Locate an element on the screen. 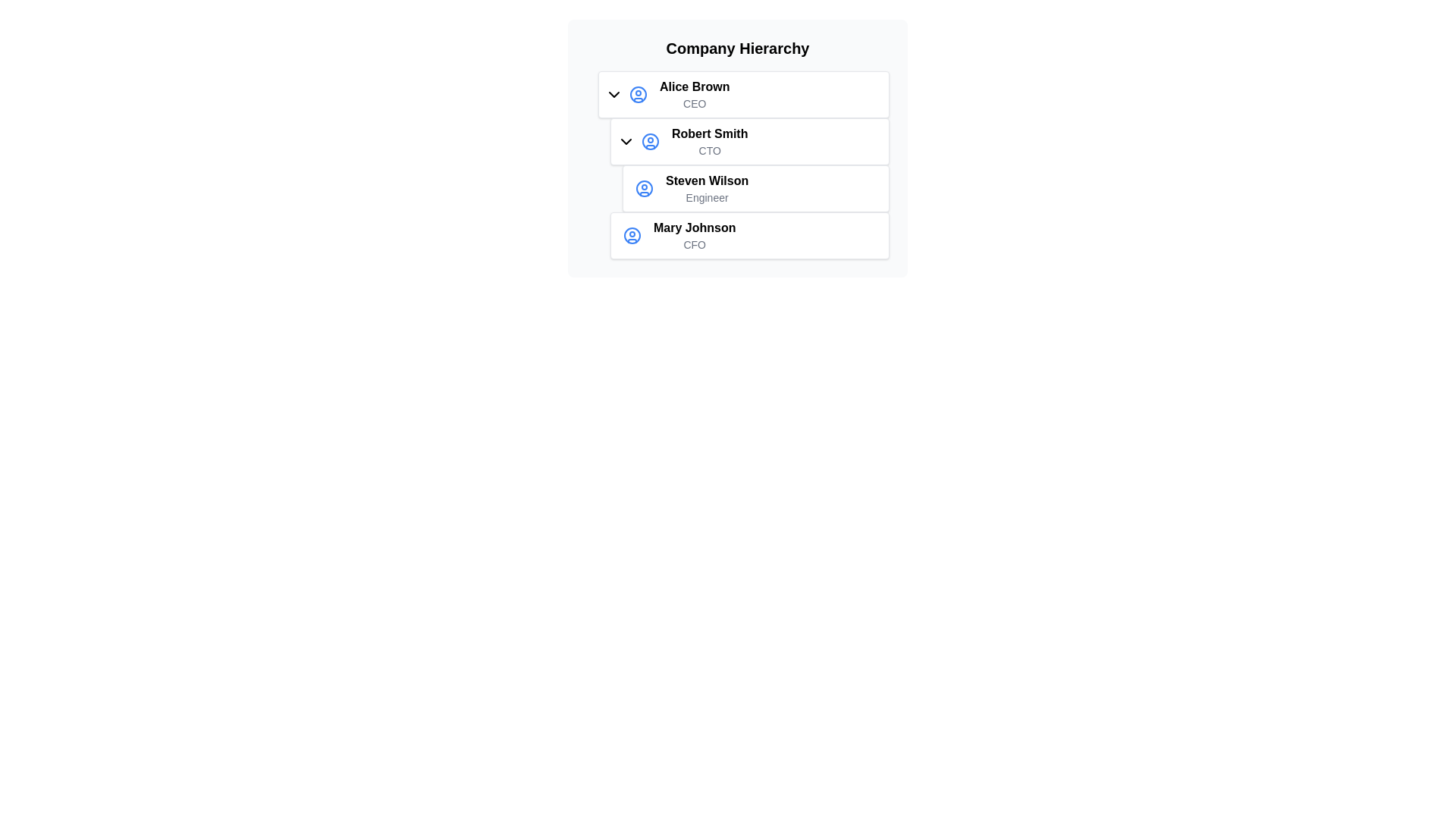  the chevron icon is located at coordinates (614, 94).